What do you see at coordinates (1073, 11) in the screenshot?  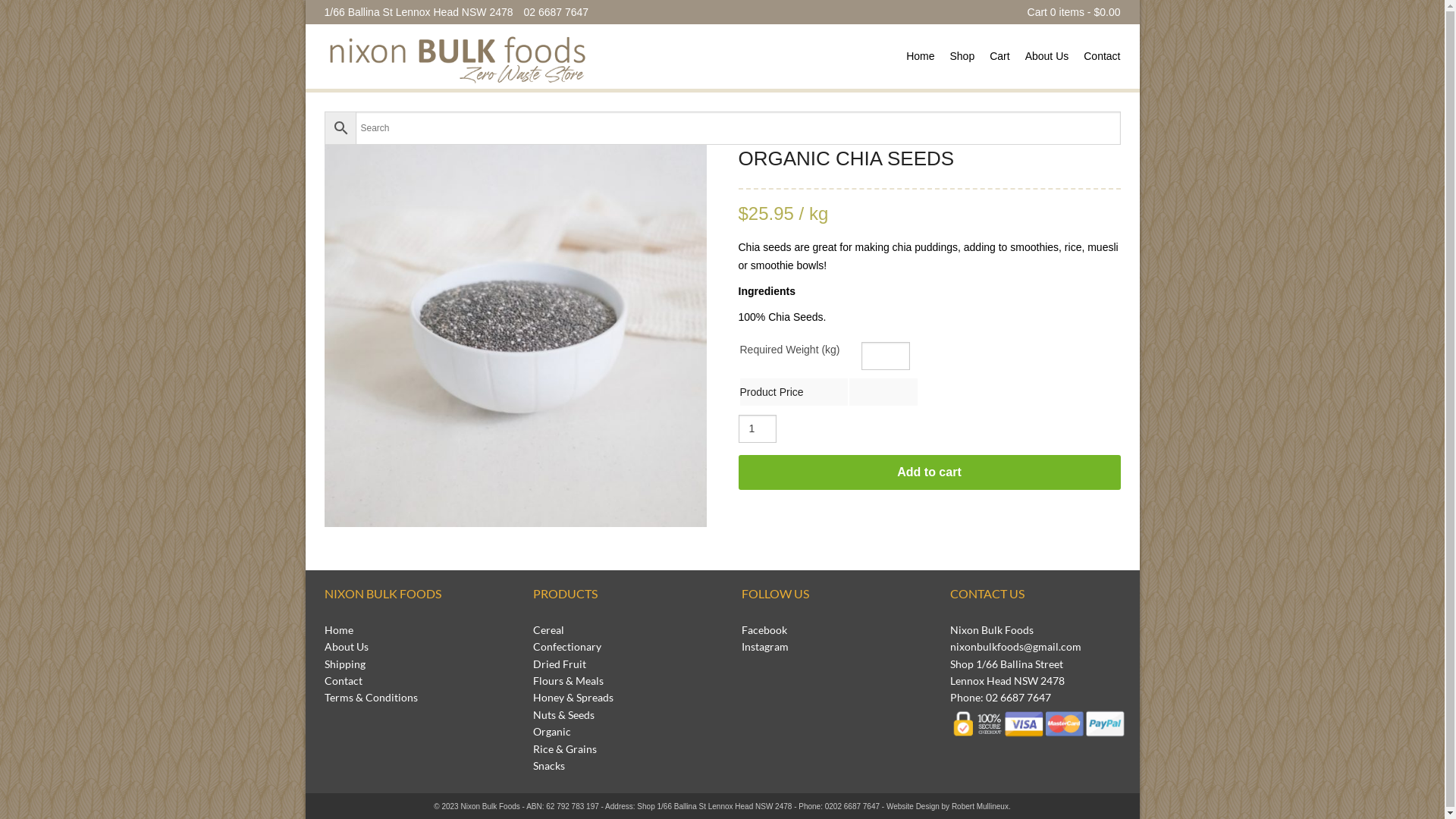 I see `'Cart 0 items - $0.00'` at bounding box center [1073, 11].